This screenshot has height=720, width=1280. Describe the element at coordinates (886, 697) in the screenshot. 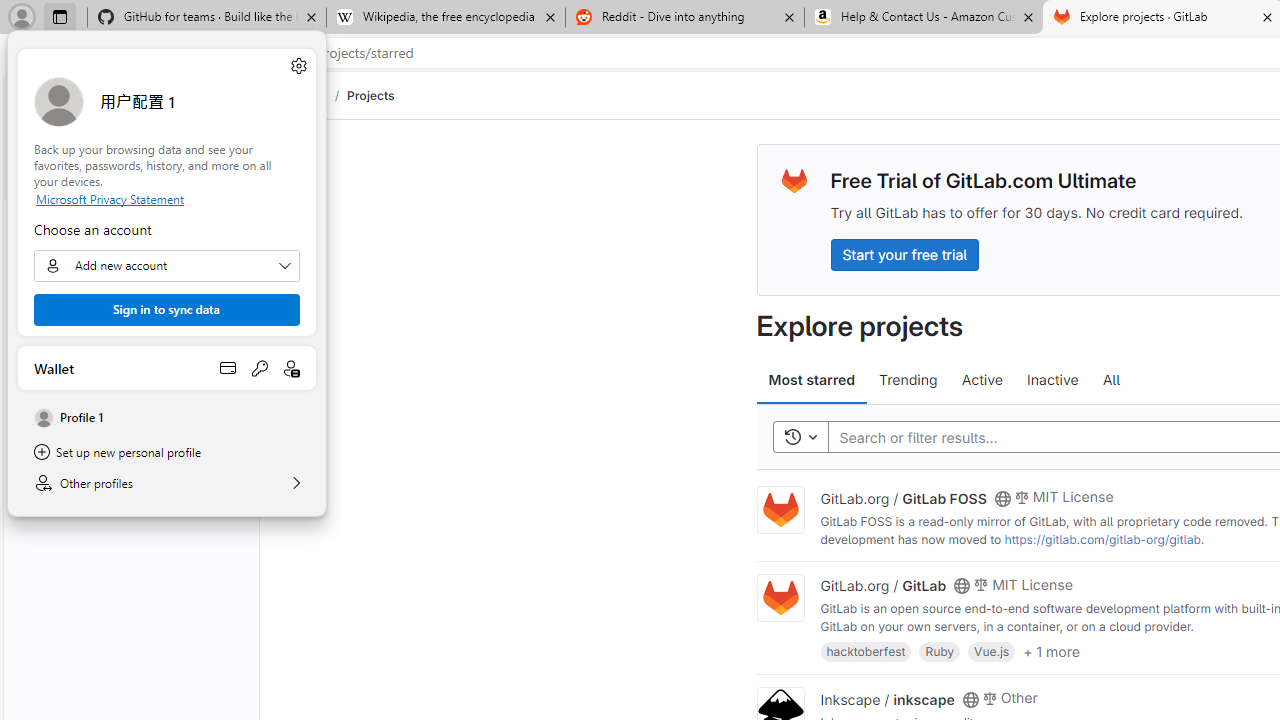

I see `'Inkscape / inkscape'` at that location.